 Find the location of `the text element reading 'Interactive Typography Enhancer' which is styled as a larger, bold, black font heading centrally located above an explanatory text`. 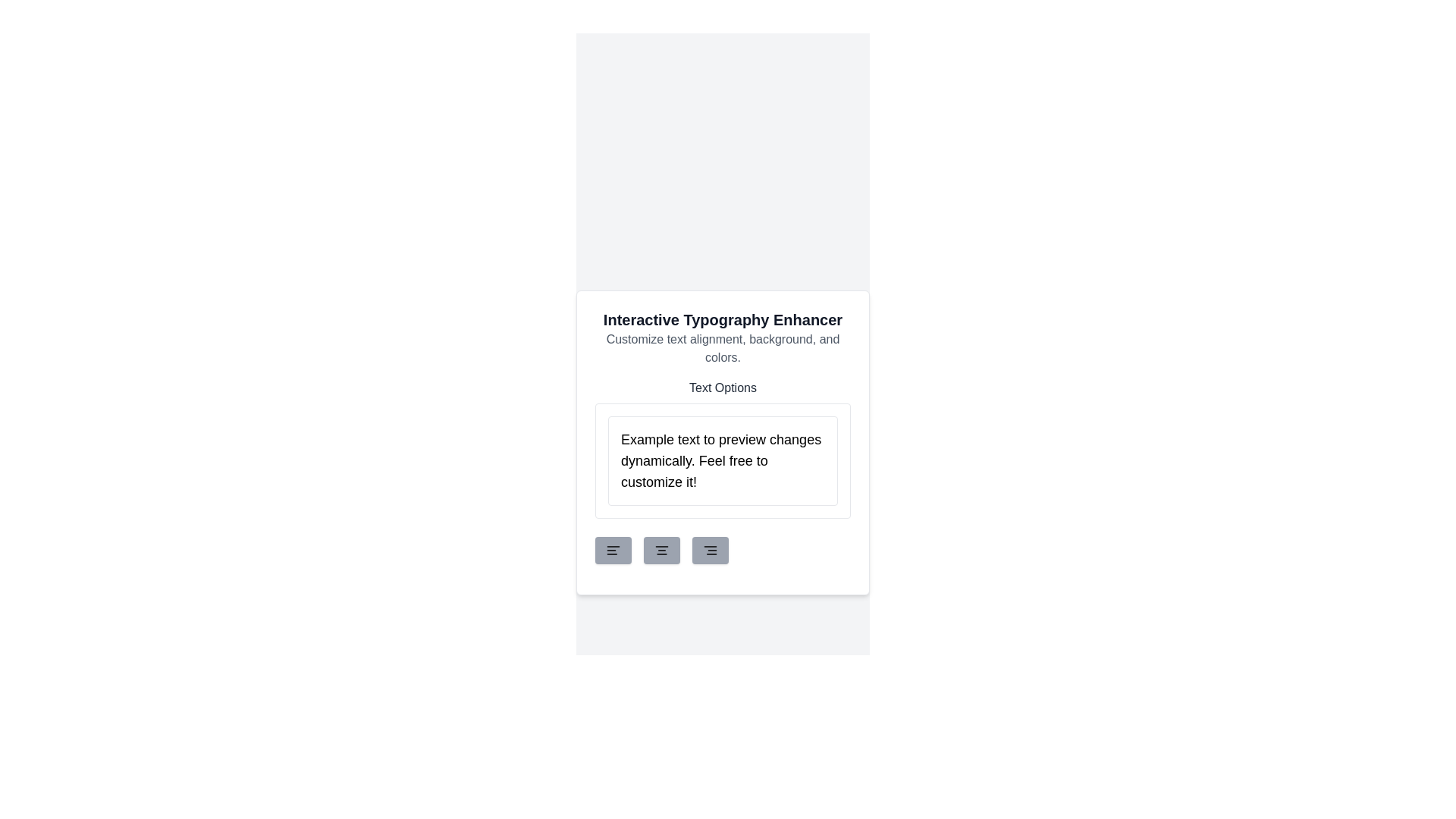

the text element reading 'Interactive Typography Enhancer' which is styled as a larger, bold, black font heading centrally located above an explanatory text is located at coordinates (722, 318).